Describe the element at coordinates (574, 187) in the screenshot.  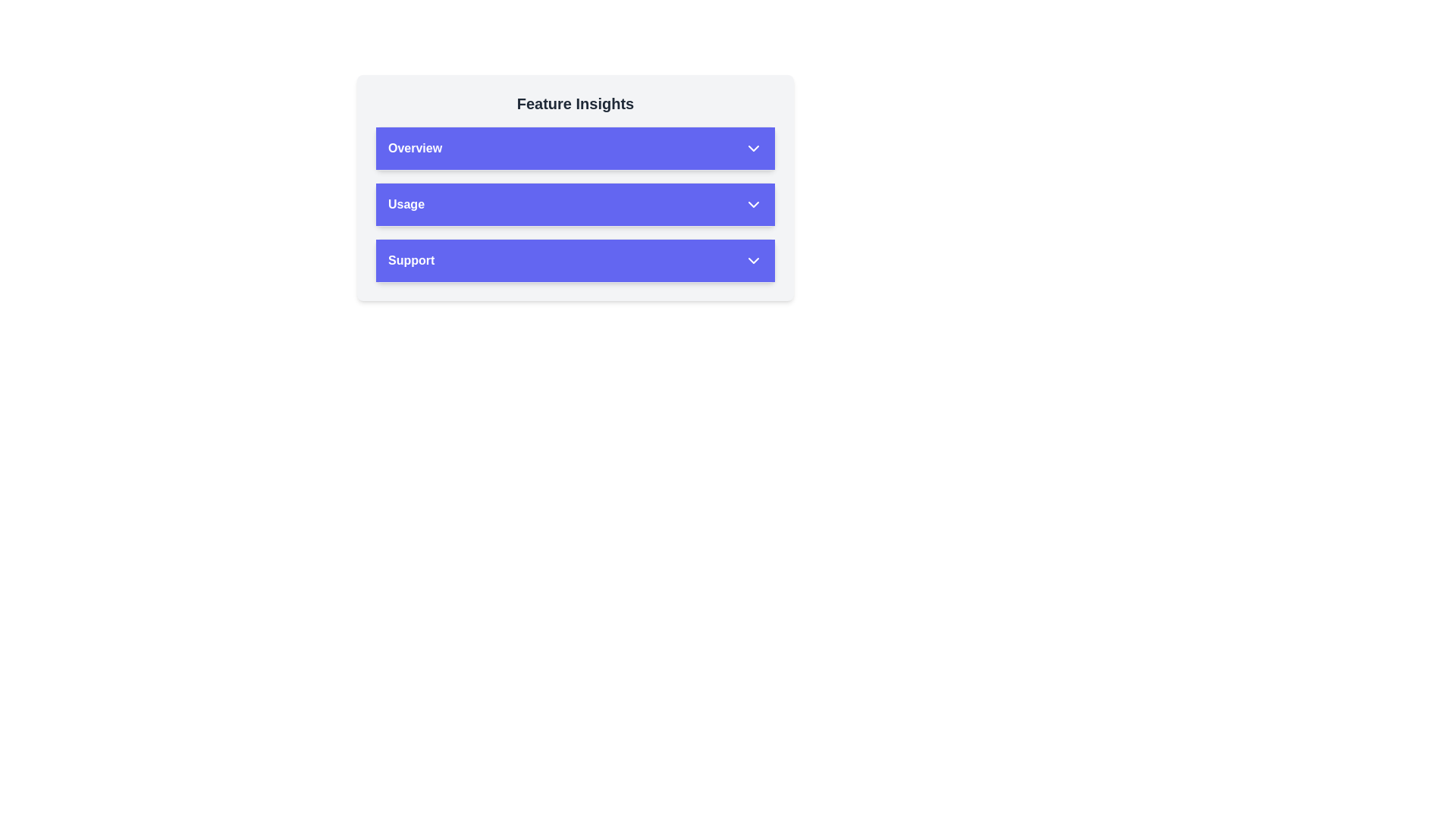
I see `the second button in the group of three buttons beneath the heading 'Feature Insights'` at that location.